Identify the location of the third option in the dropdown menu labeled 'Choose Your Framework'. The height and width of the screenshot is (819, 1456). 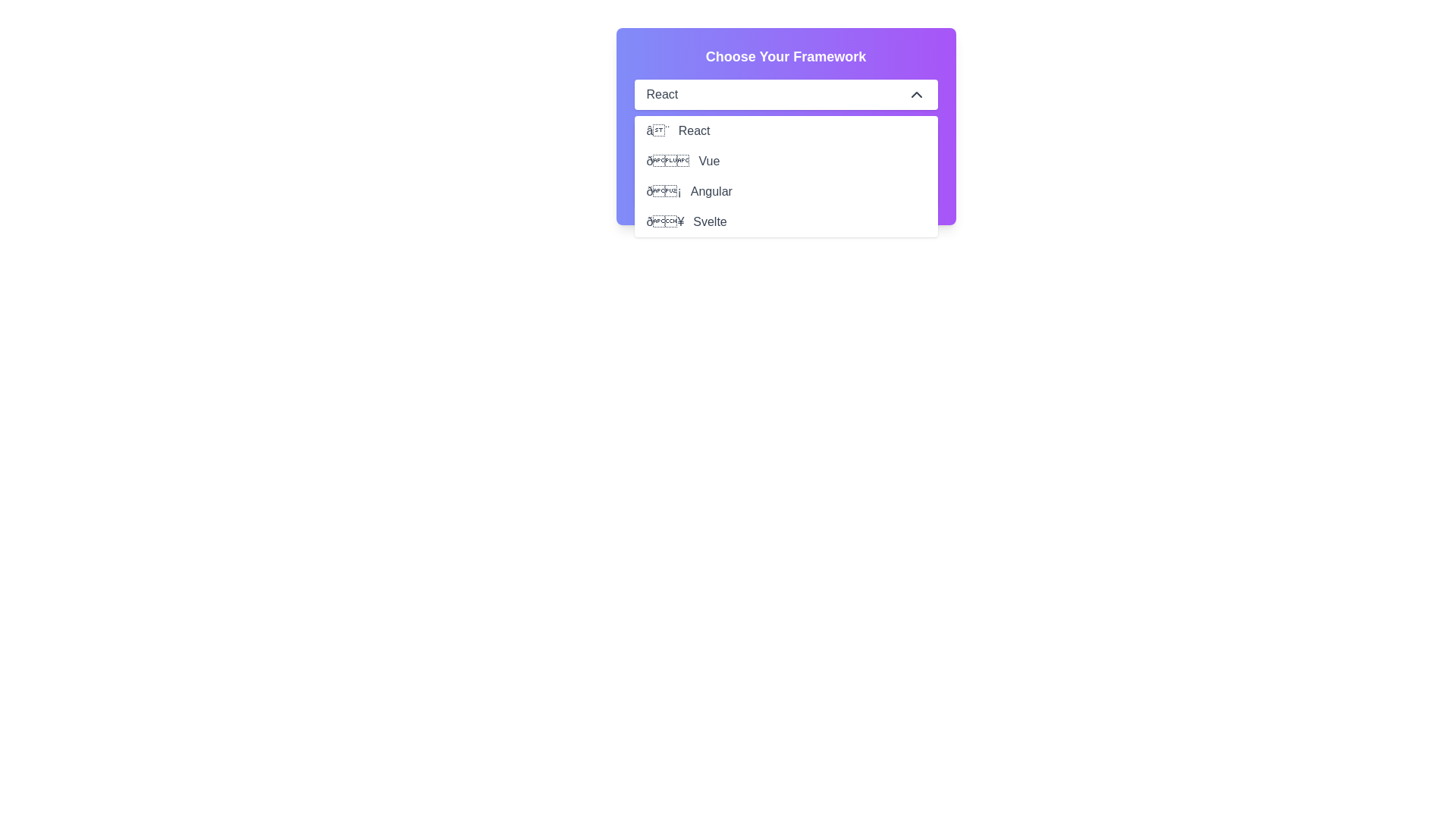
(786, 191).